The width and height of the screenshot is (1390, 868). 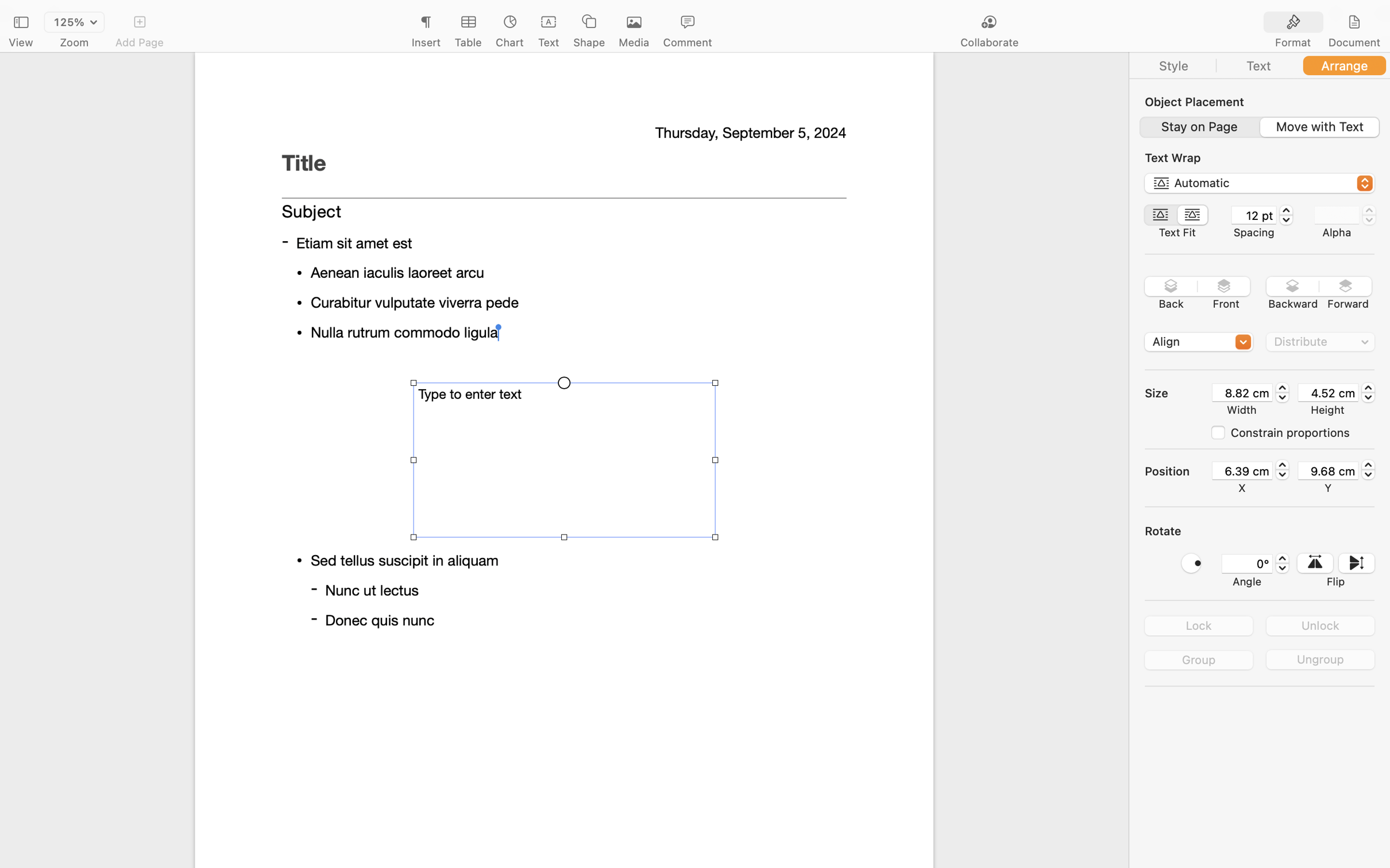 I want to click on '90.0', so click(x=1191, y=563).